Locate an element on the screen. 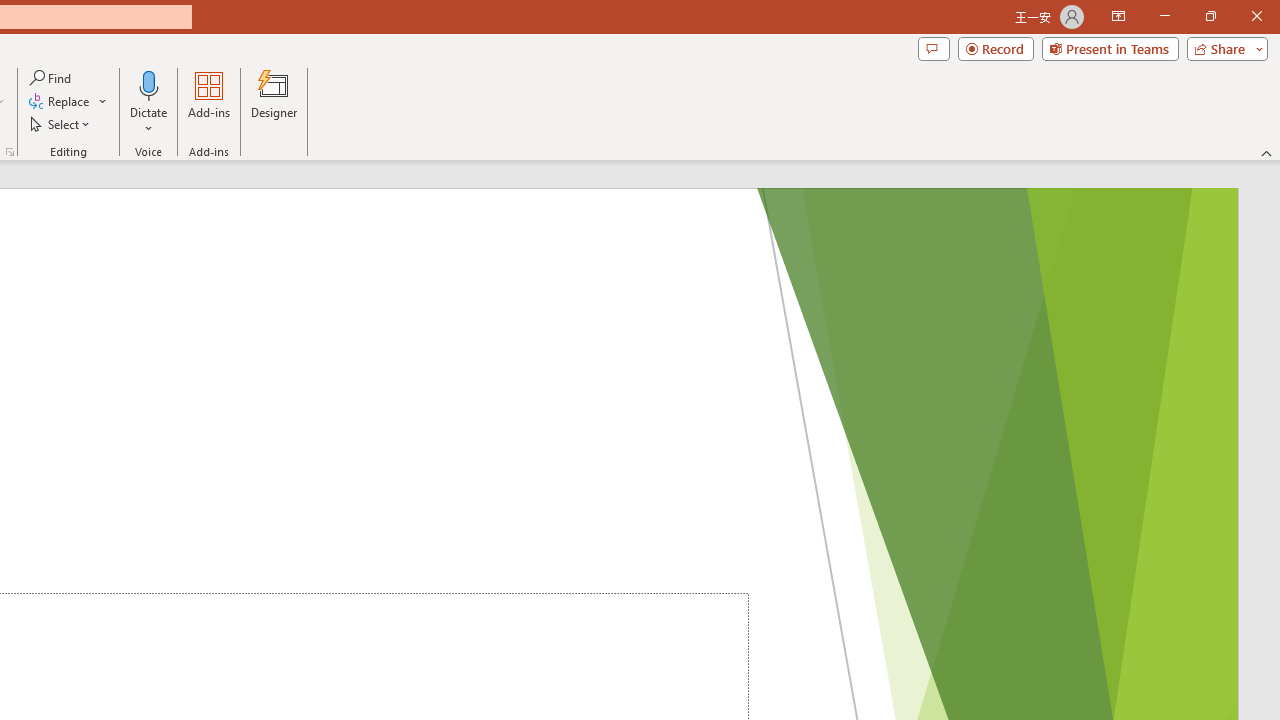 The image size is (1280, 720). 'Dictate' is located at coordinates (148, 84).